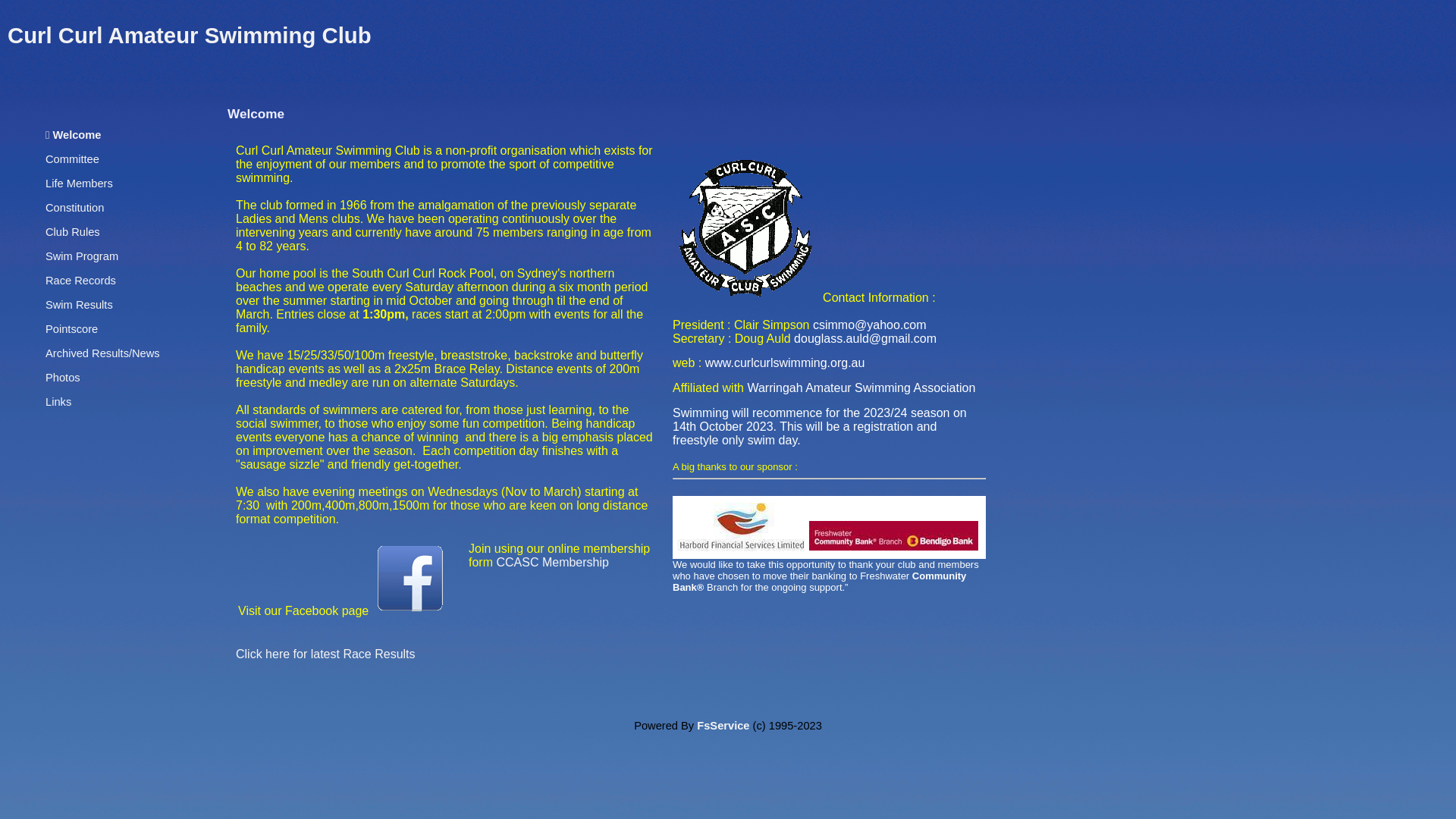 This screenshot has height=819, width=1456. What do you see at coordinates (45, 207) in the screenshot?
I see `'Constitution'` at bounding box center [45, 207].